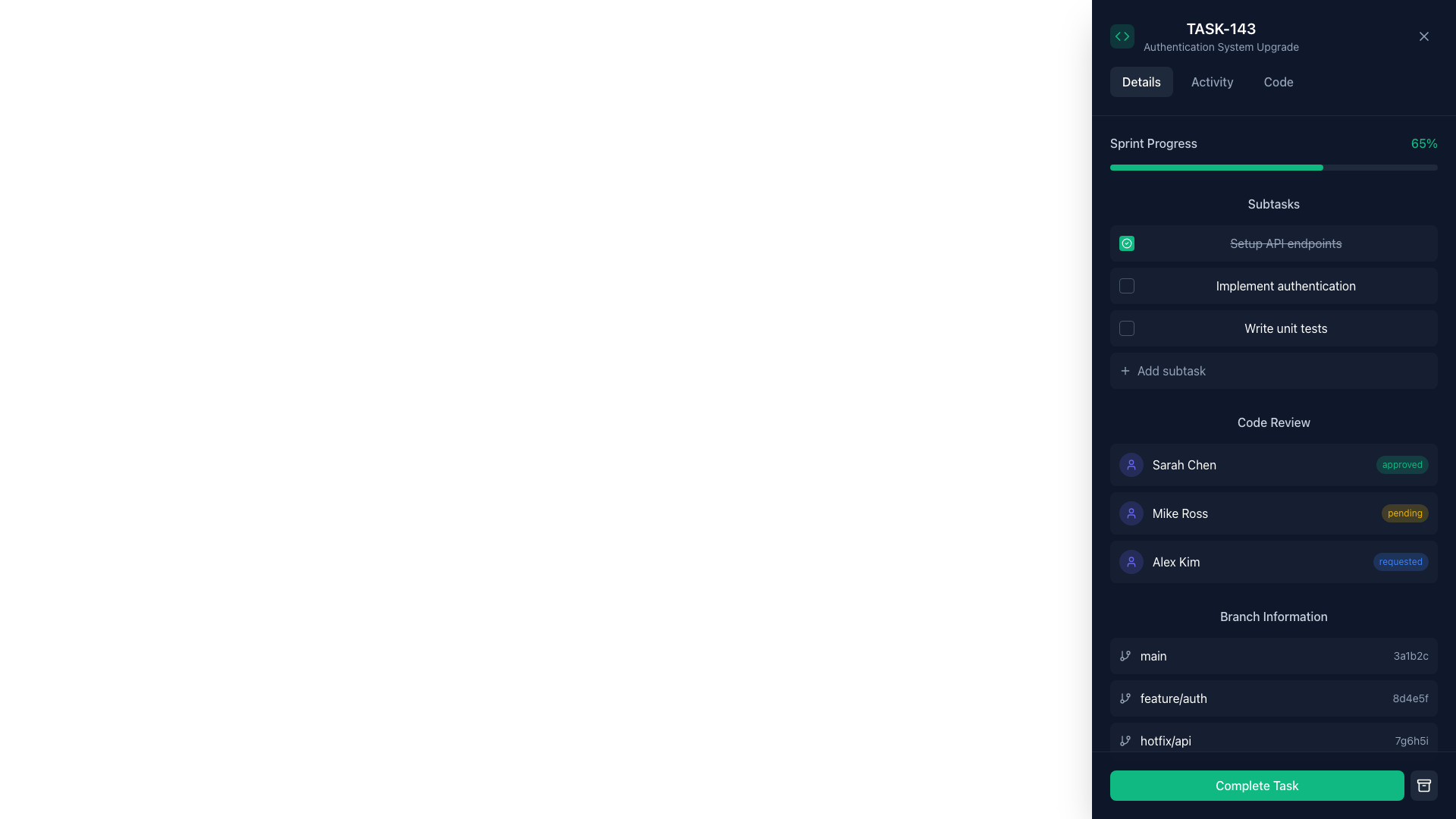 The image size is (1456, 819). What do you see at coordinates (1131, 561) in the screenshot?
I see `the user avatar or profile icon, which is a circular indigo icon with a user silhouette, located next to the 'Alex Kim' text in the 'Code Review' section` at bounding box center [1131, 561].